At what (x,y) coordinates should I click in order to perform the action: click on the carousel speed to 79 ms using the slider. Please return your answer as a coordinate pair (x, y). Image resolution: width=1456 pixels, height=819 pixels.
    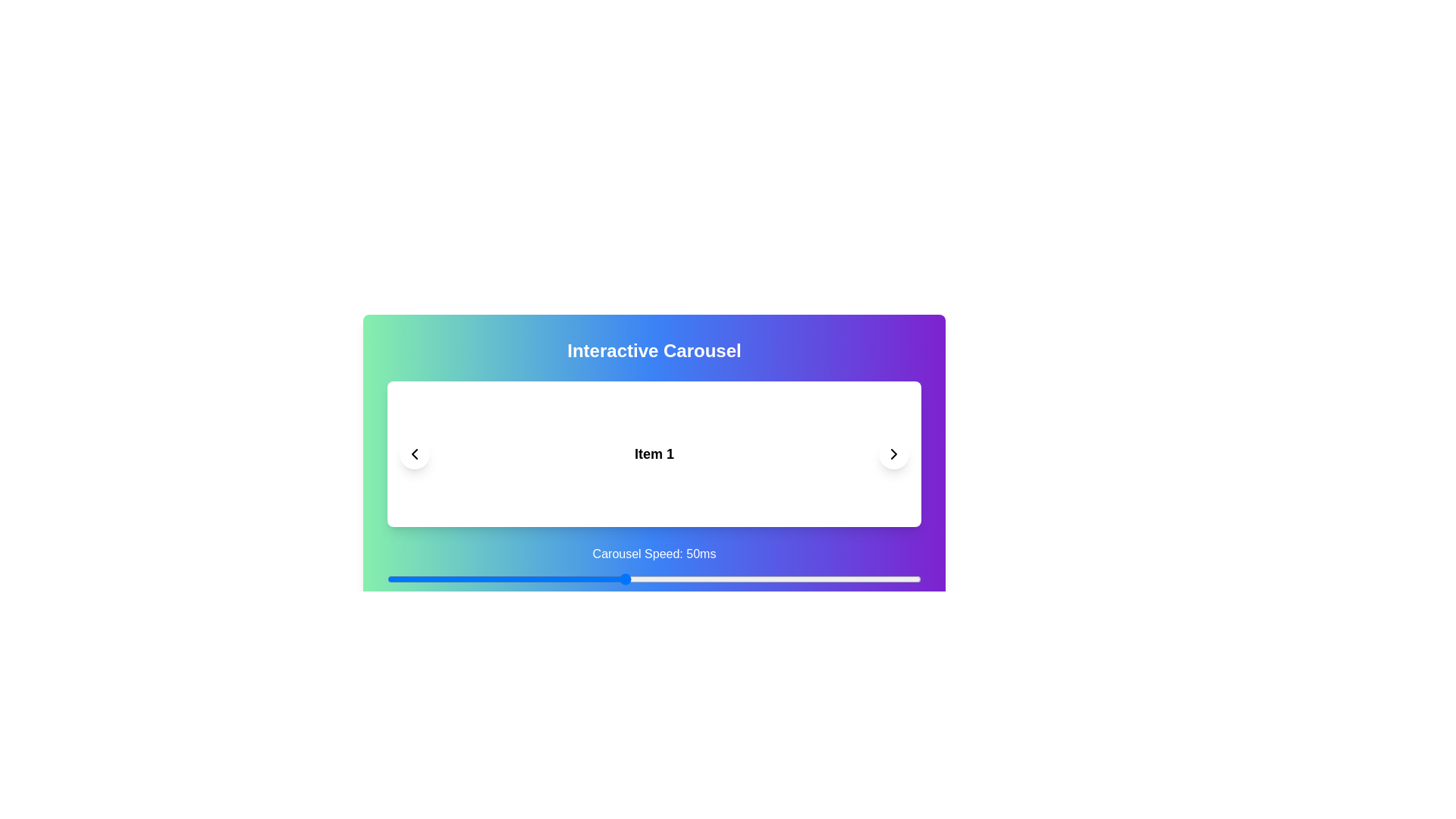
    Looking at the image, I should click on (795, 579).